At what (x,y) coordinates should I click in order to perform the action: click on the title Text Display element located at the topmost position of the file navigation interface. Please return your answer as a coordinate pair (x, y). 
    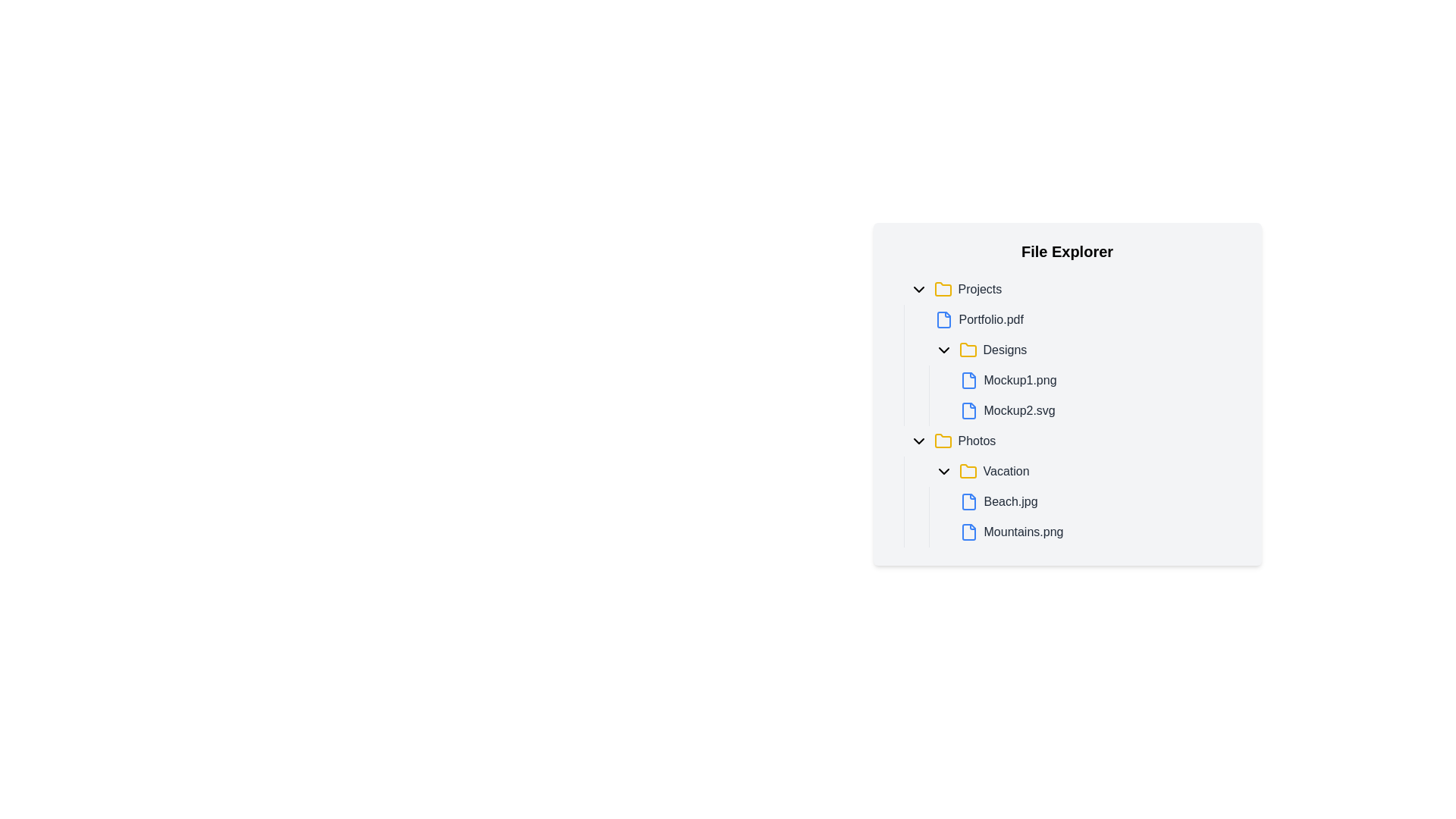
    Looking at the image, I should click on (1066, 250).